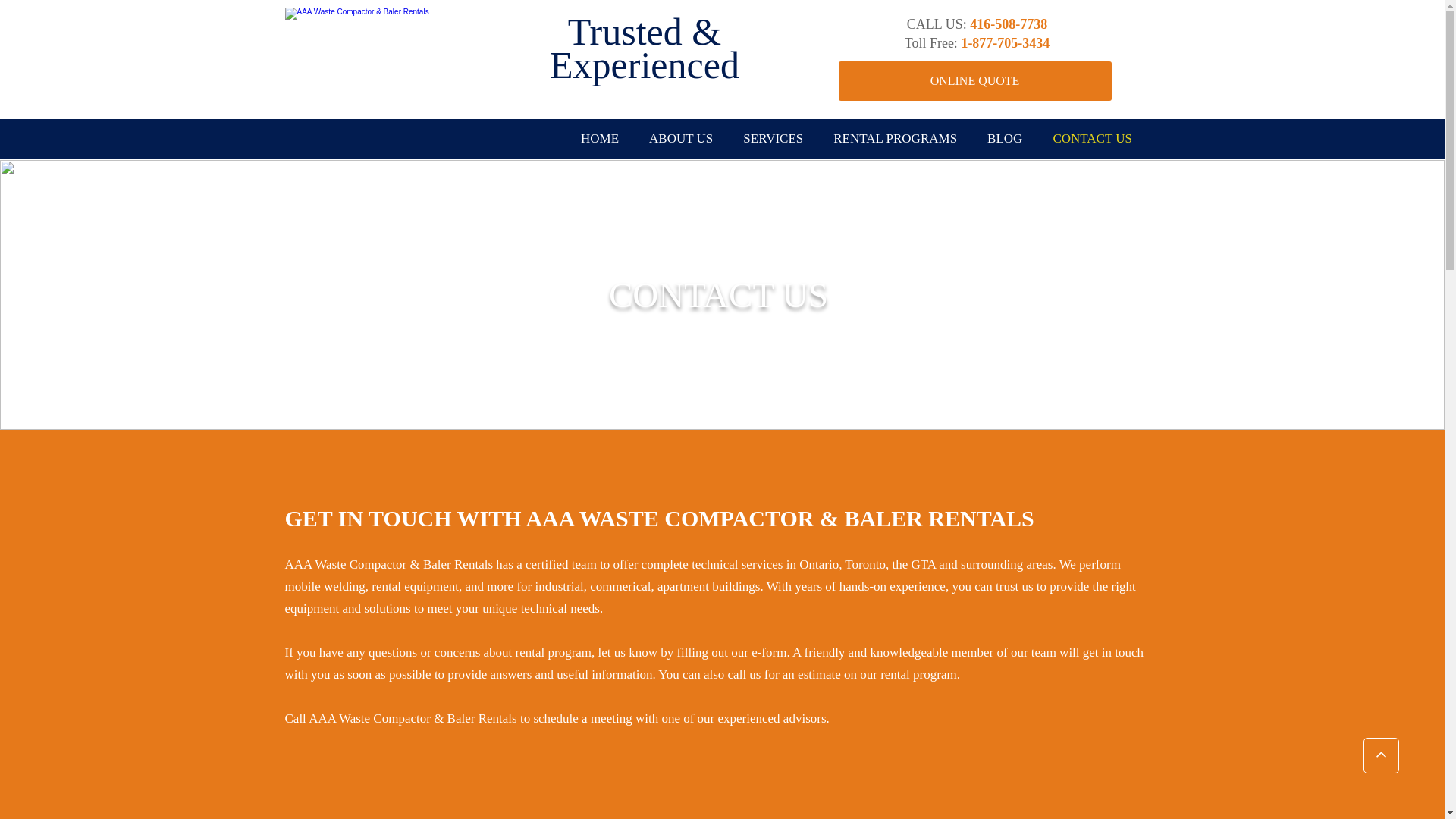 The height and width of the screenshot is (819, 1456). Describe the element at coordinates (1008, 26) in the screenshot. I see `'416-508-7738'` at that location.